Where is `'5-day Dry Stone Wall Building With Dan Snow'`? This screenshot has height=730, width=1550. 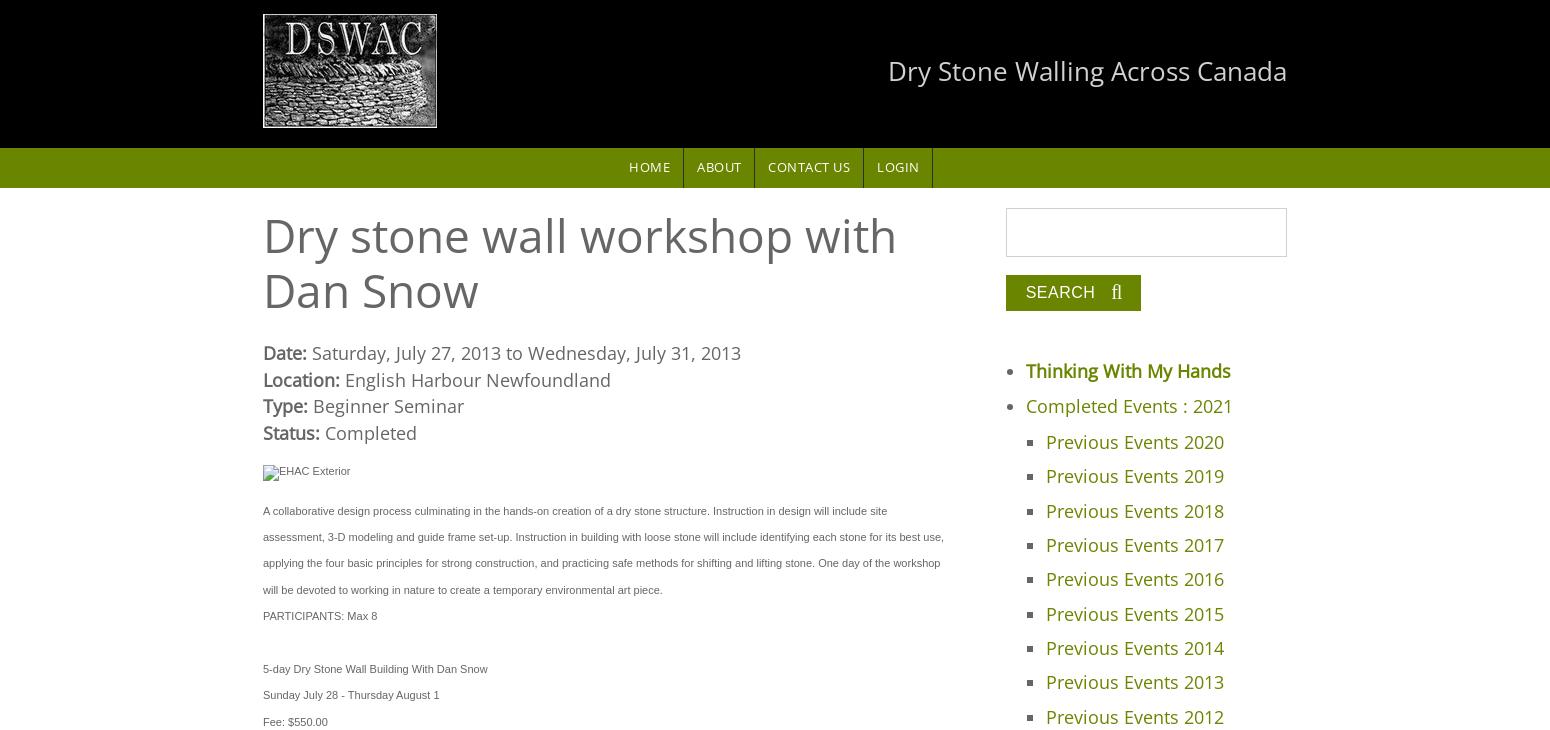
'5-day Dry Stone Wall Building With Dan Snow' is located at coordinates (263, 668).